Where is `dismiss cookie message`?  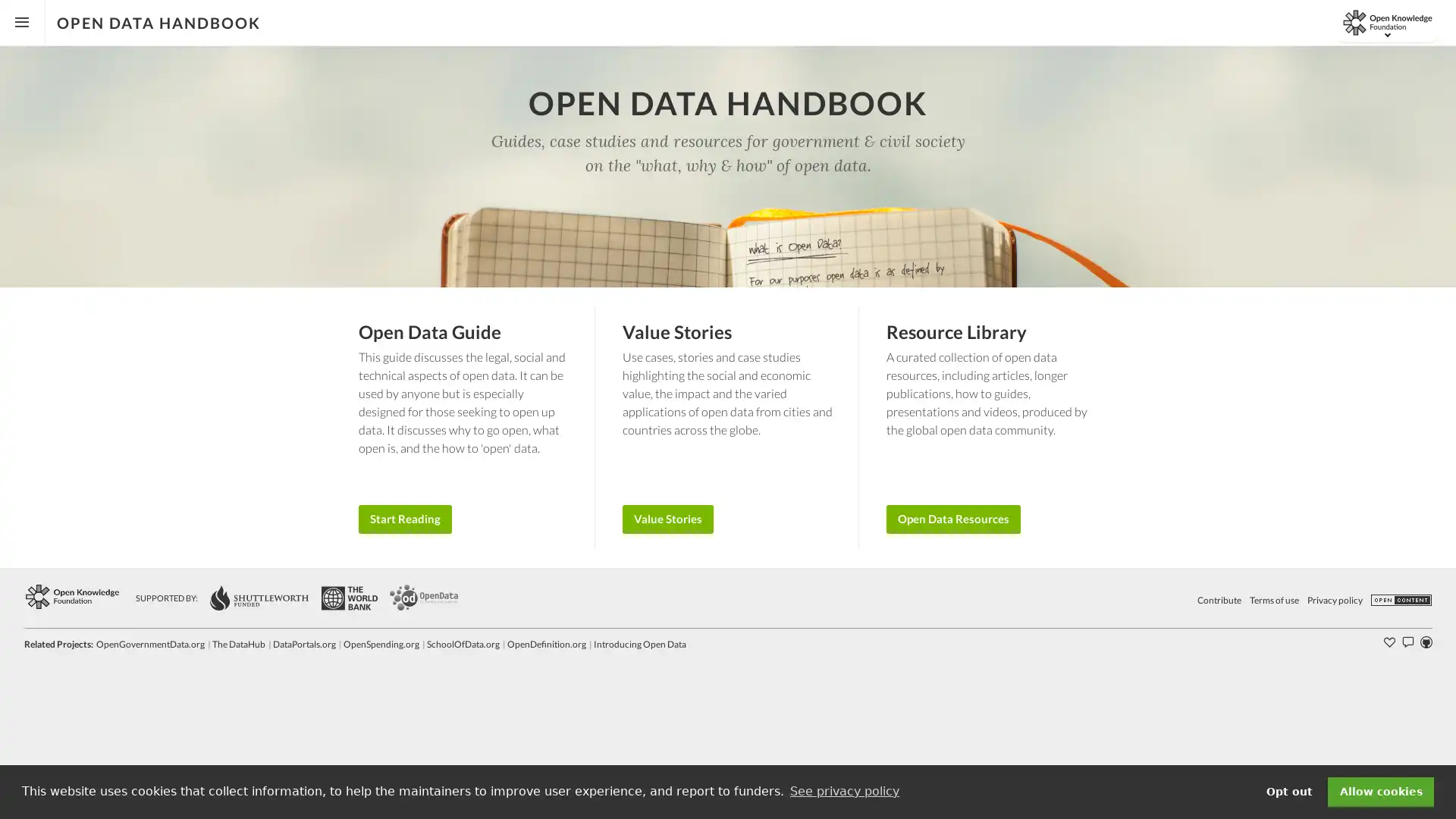 dismiss cookie message is located at coordinates (1380, 791).